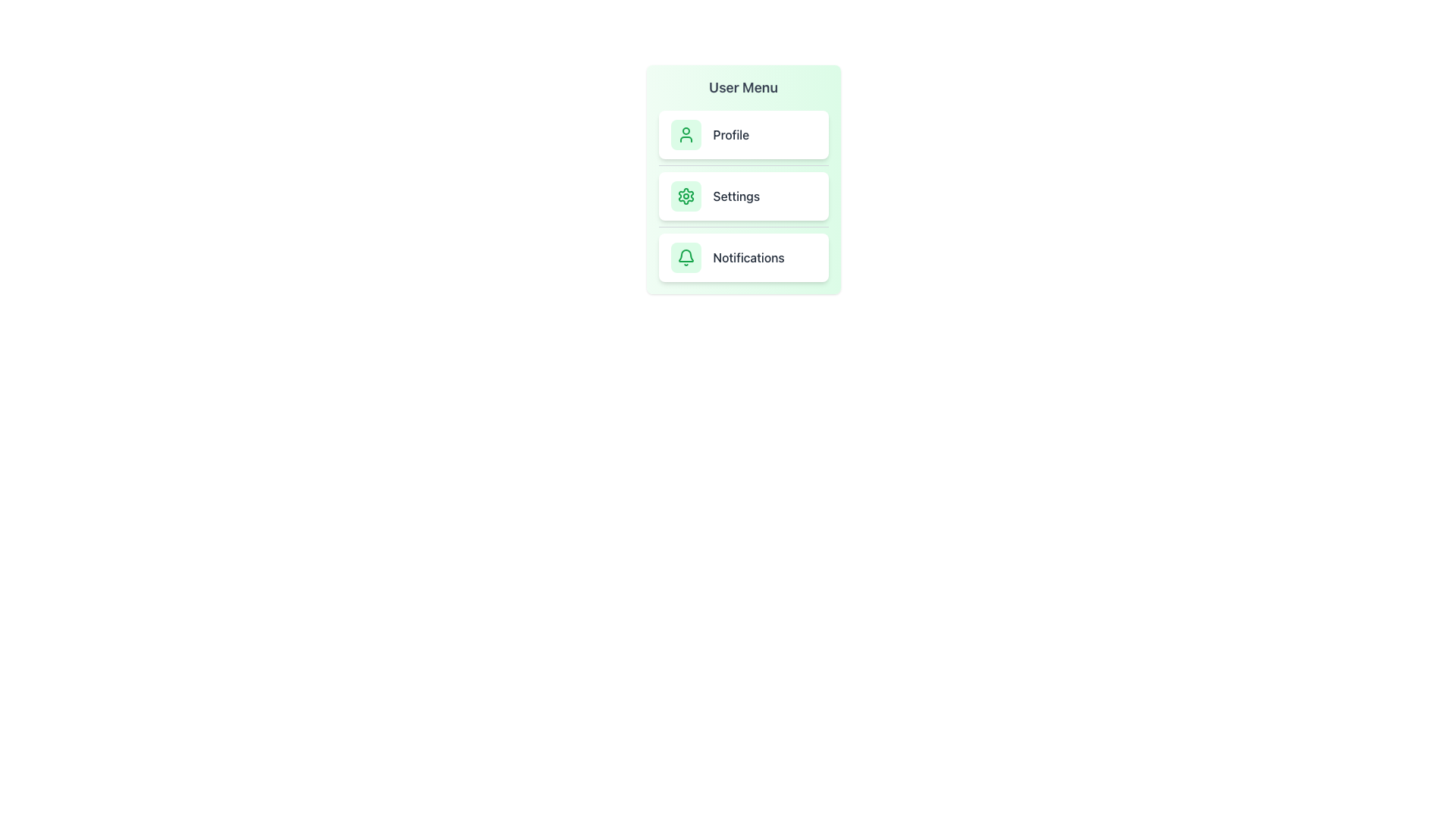 The width and height of the screenshot is (1456, 819). What do you see at coordinates (685, 255) in the screenshot?
I see `the decorative component within the bell icon in the 'Notifications' section of the menu interface` at bounding box center [685, 255].